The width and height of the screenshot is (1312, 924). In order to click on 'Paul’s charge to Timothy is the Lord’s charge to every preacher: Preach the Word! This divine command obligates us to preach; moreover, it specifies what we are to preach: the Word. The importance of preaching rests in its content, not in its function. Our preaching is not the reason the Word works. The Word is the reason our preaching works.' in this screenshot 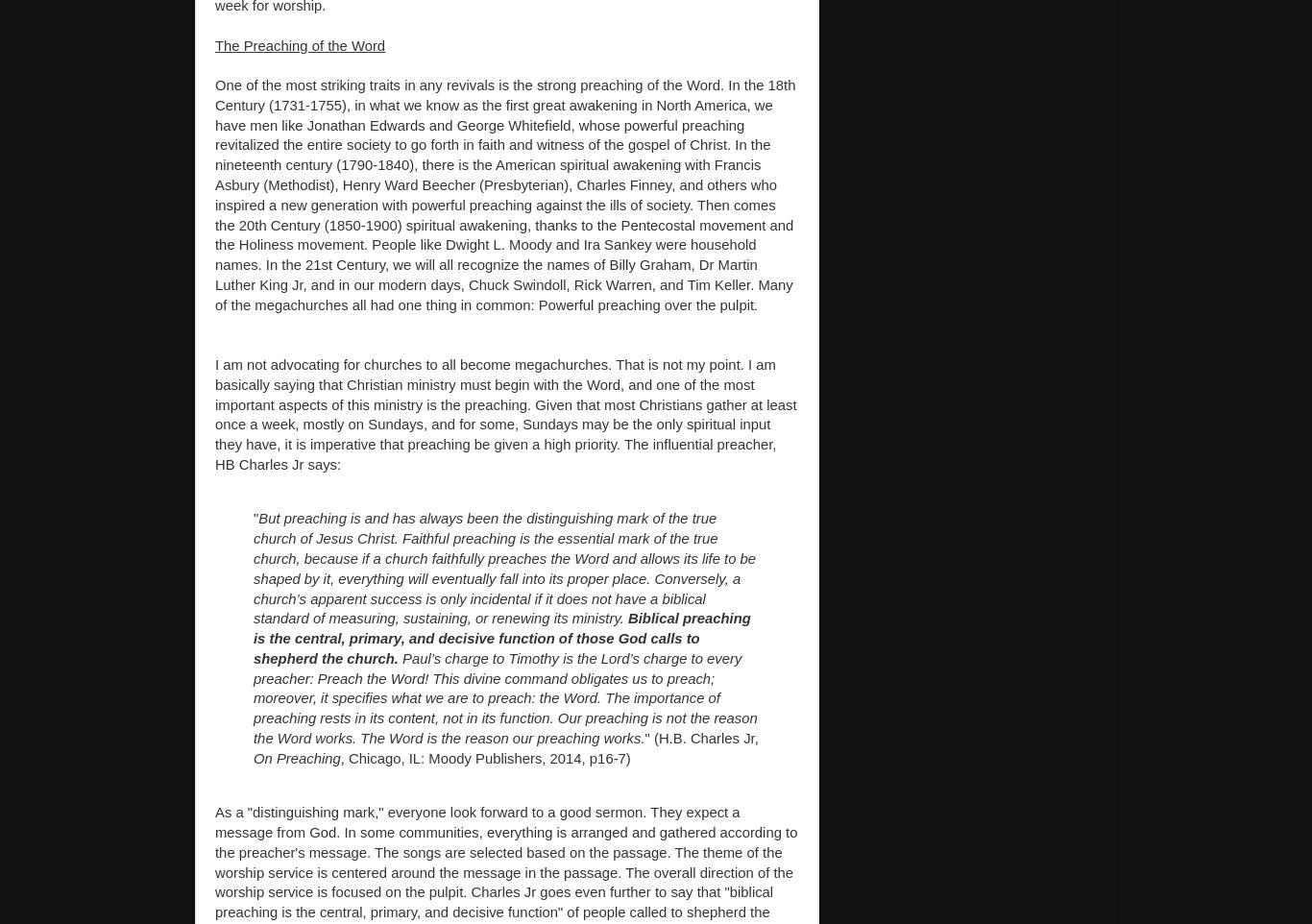, I will do `click(505, 697)`.